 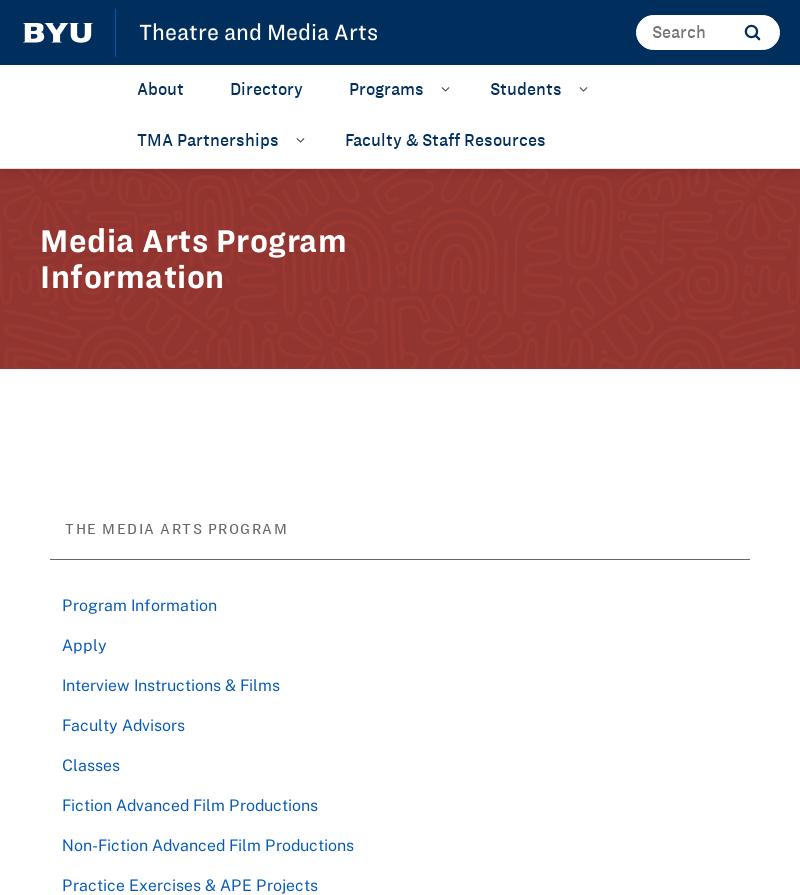 What do you see at coordinates (137, 88) in the screenshot?
I see `'About'` at bounding box center [137, 88].